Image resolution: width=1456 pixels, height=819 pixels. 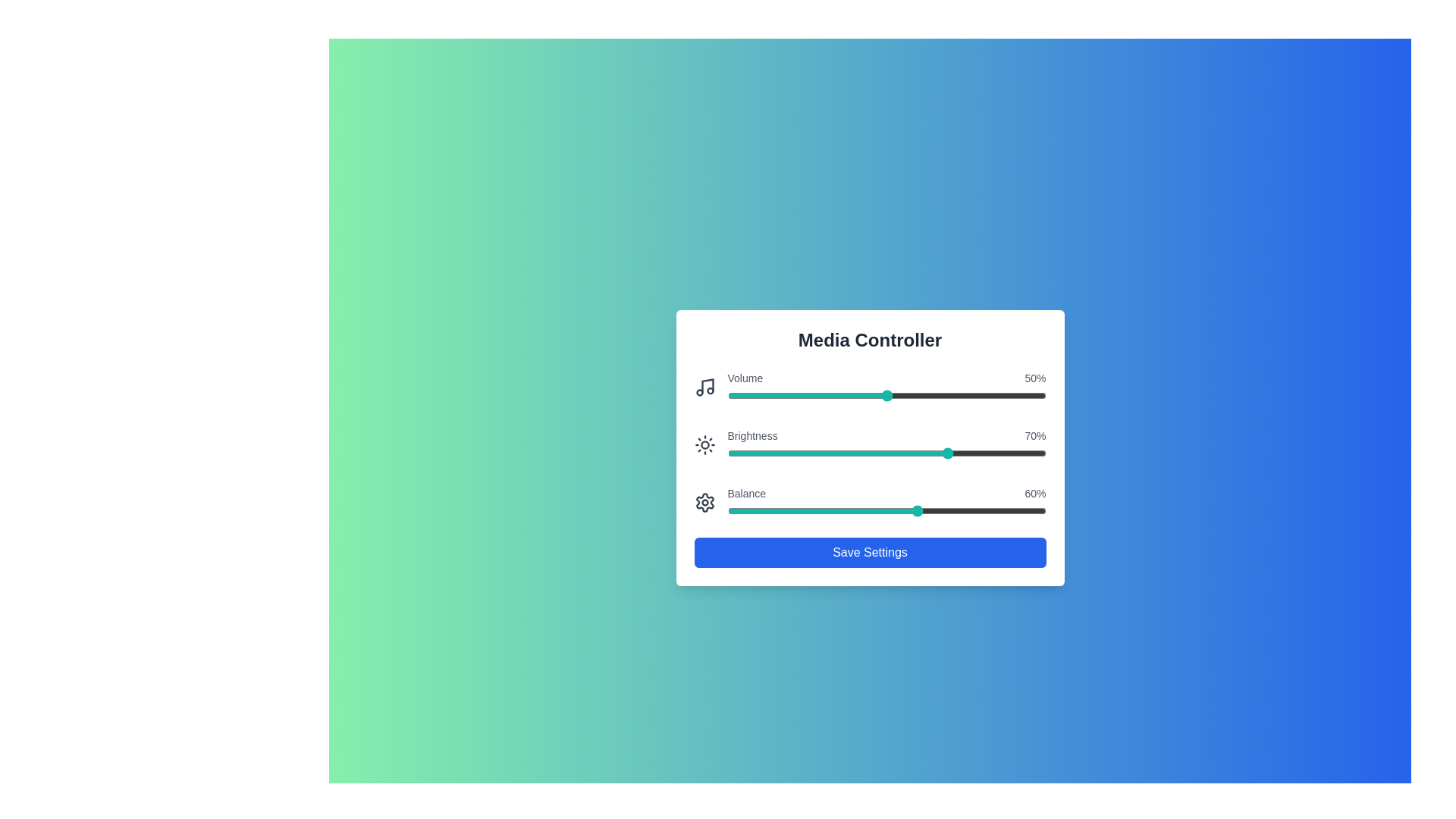 What do you see at coordinates (877, 394) in the screenshot?
I see `the volume slider to 47% by dragging the slider handle` at bounding box center [877, 394].